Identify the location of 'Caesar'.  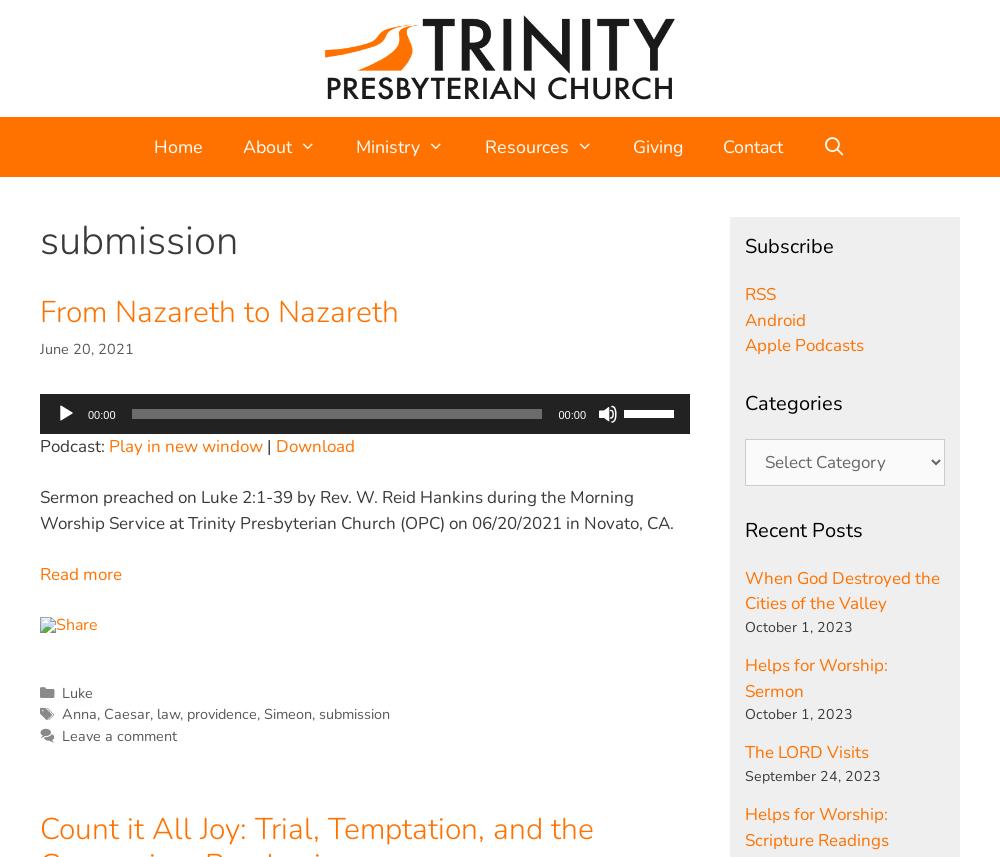
(102, 713).